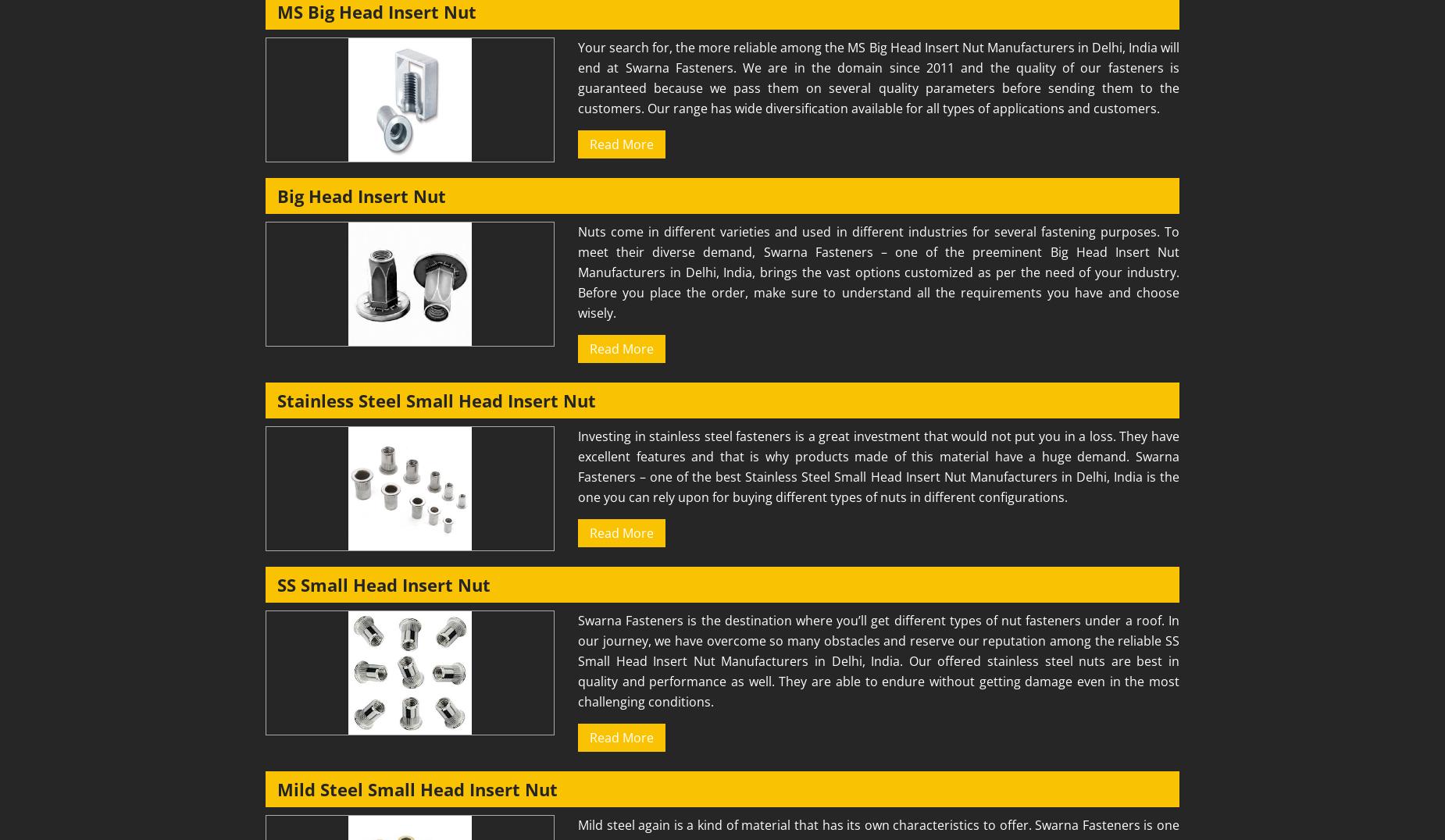  What do you see at coordinates (877, 467) in the screenshot?
I see `'Investing in stainless steel fasteners is a great investment that would not put you in a loss. They have excellent features and that is why products made of this material have a huge demand. Swarna Fasteners – one of the best Stainless Steel Small Head Insert Nut Manufacturers in Delhi, India is the one you can rely upon for buying different types of nuts in different configurations.'` at bounding box center [877, 467].